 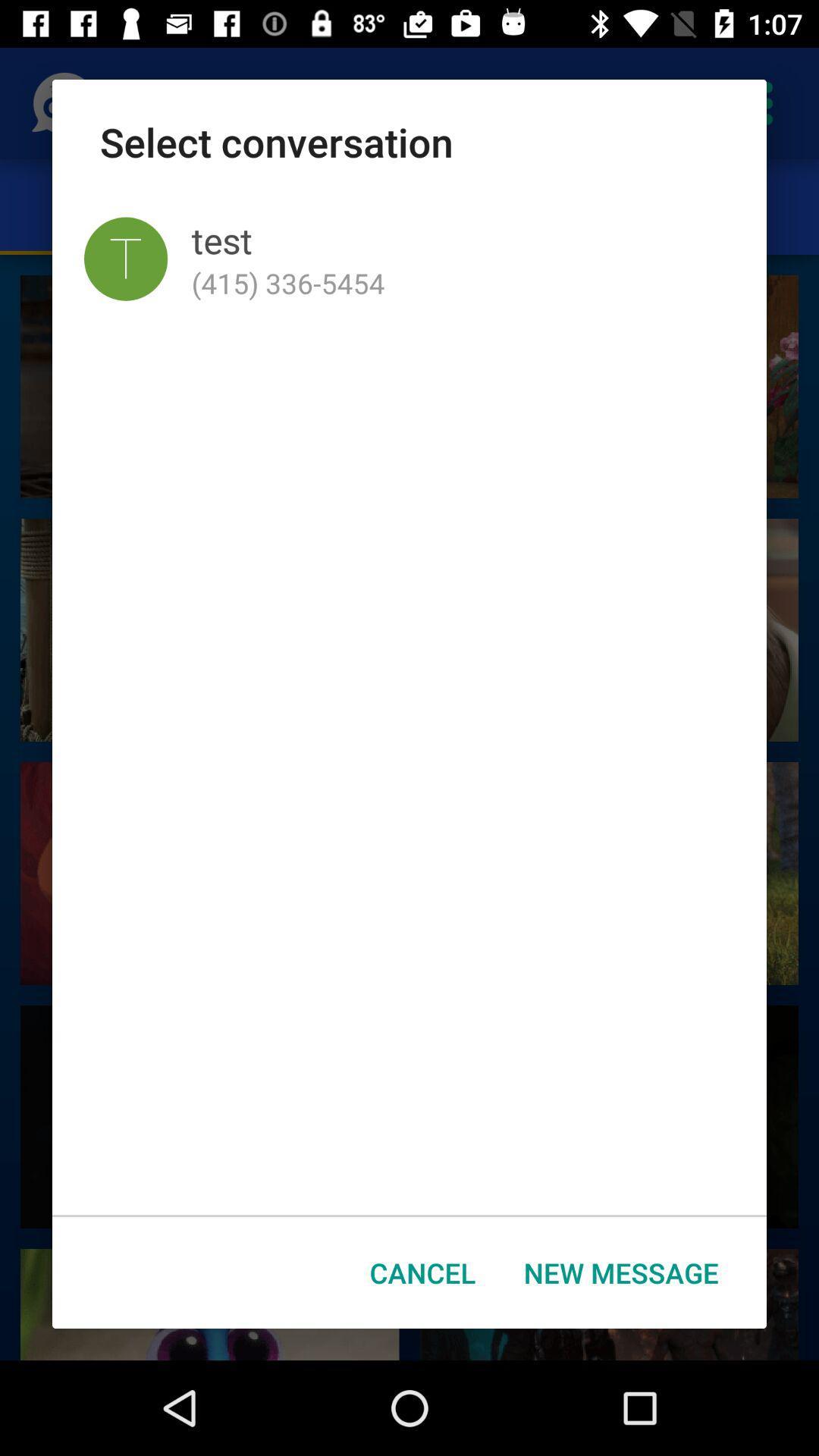 I want to click on item next to new message, so click(x=422, y=1272).